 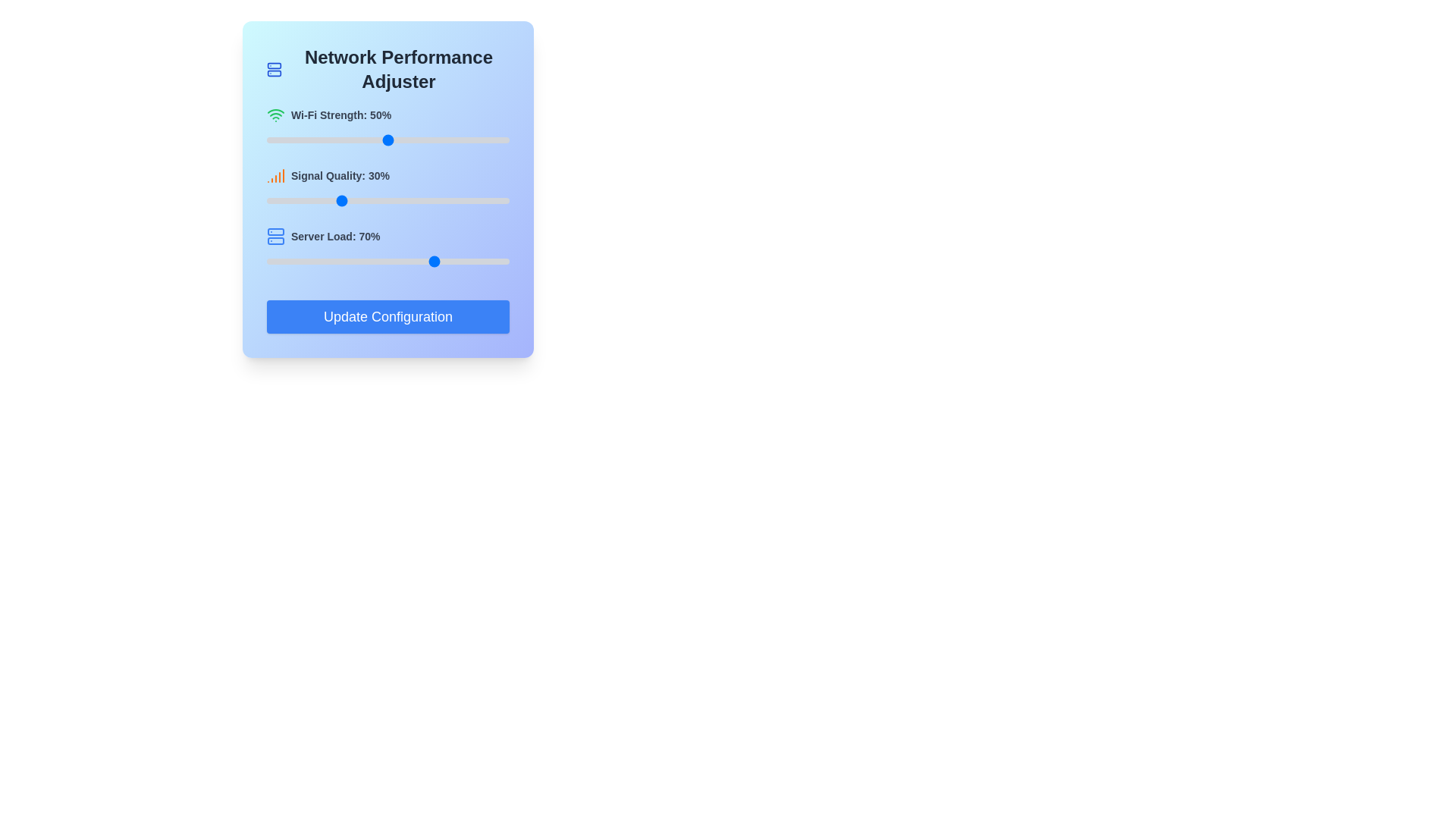 I want to click on the Server Load slider, so click(x=425, y=260).